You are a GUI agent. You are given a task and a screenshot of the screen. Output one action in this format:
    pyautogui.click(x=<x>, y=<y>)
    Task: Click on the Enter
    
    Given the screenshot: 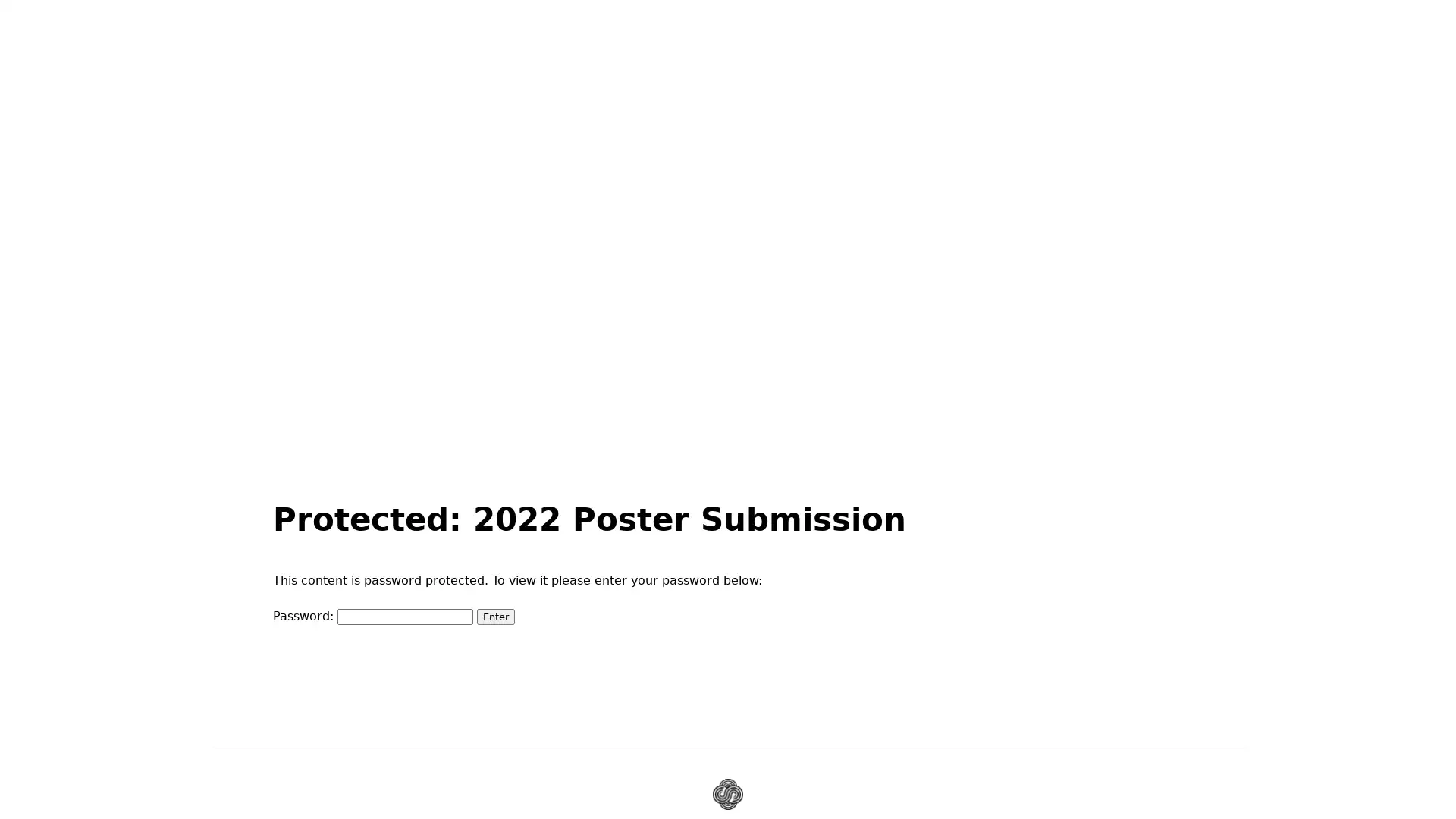 What is the action you would take?
    pyautogui.click(x=495, y=616)
    